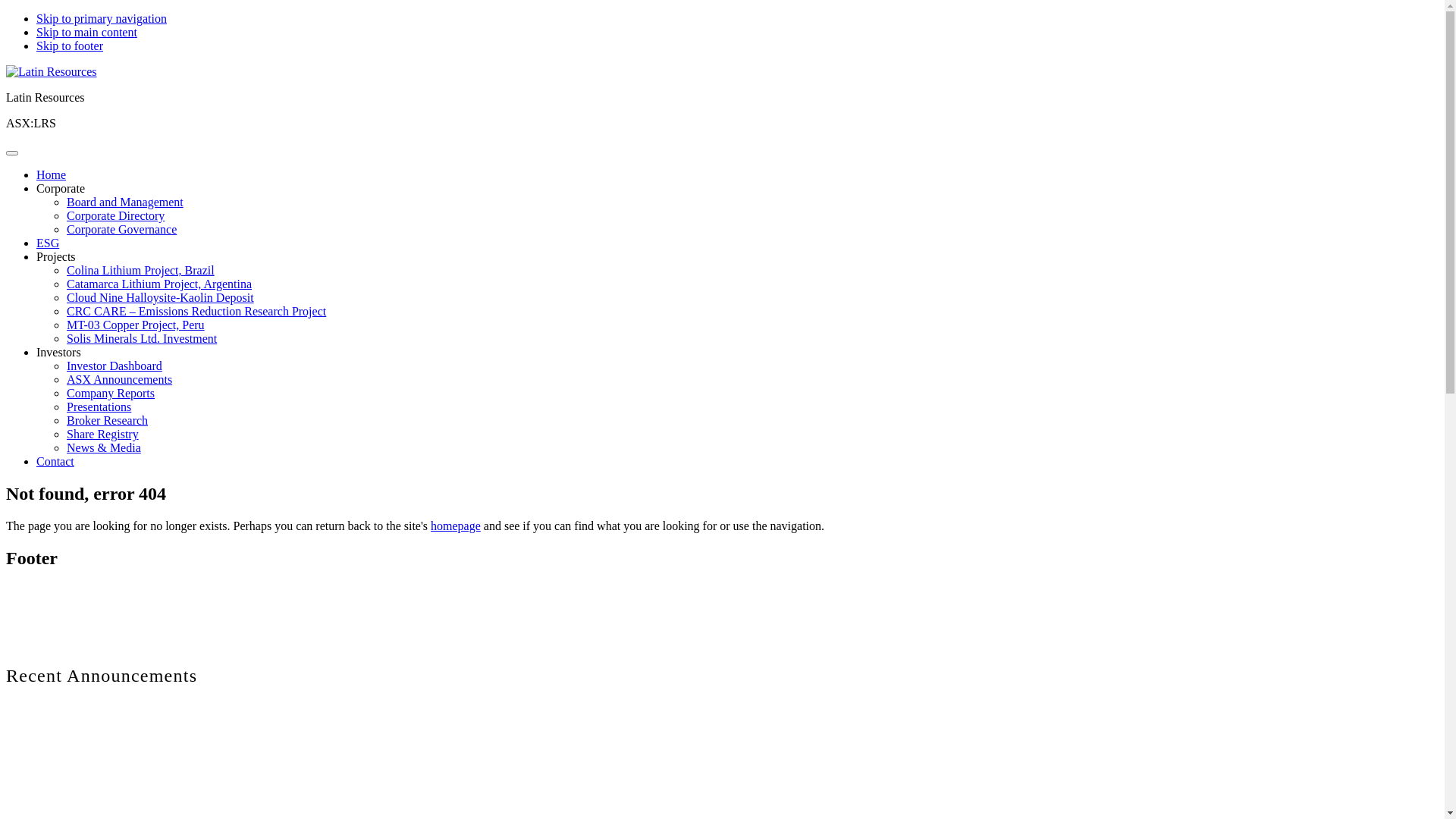 Image resolution: width=1456 pixels, height=819 pixels. I want to click on 'Skip to footer', so click(36, 45).